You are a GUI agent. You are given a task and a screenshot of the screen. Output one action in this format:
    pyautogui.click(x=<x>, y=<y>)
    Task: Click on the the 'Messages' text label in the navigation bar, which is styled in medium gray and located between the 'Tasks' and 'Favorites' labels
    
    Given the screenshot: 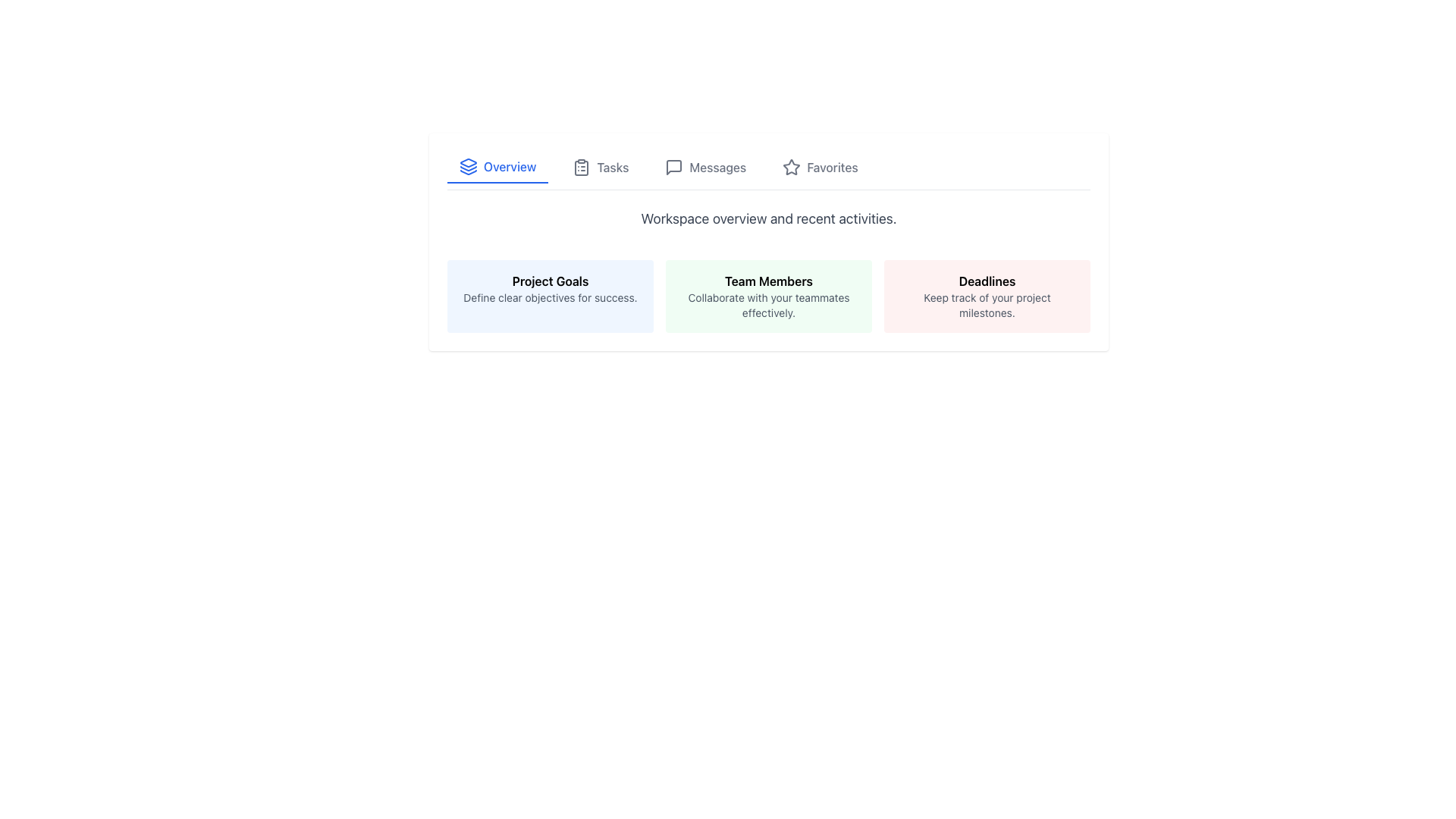 What is the action you would take?
    pyautogui.click(x=717, y=167)
    